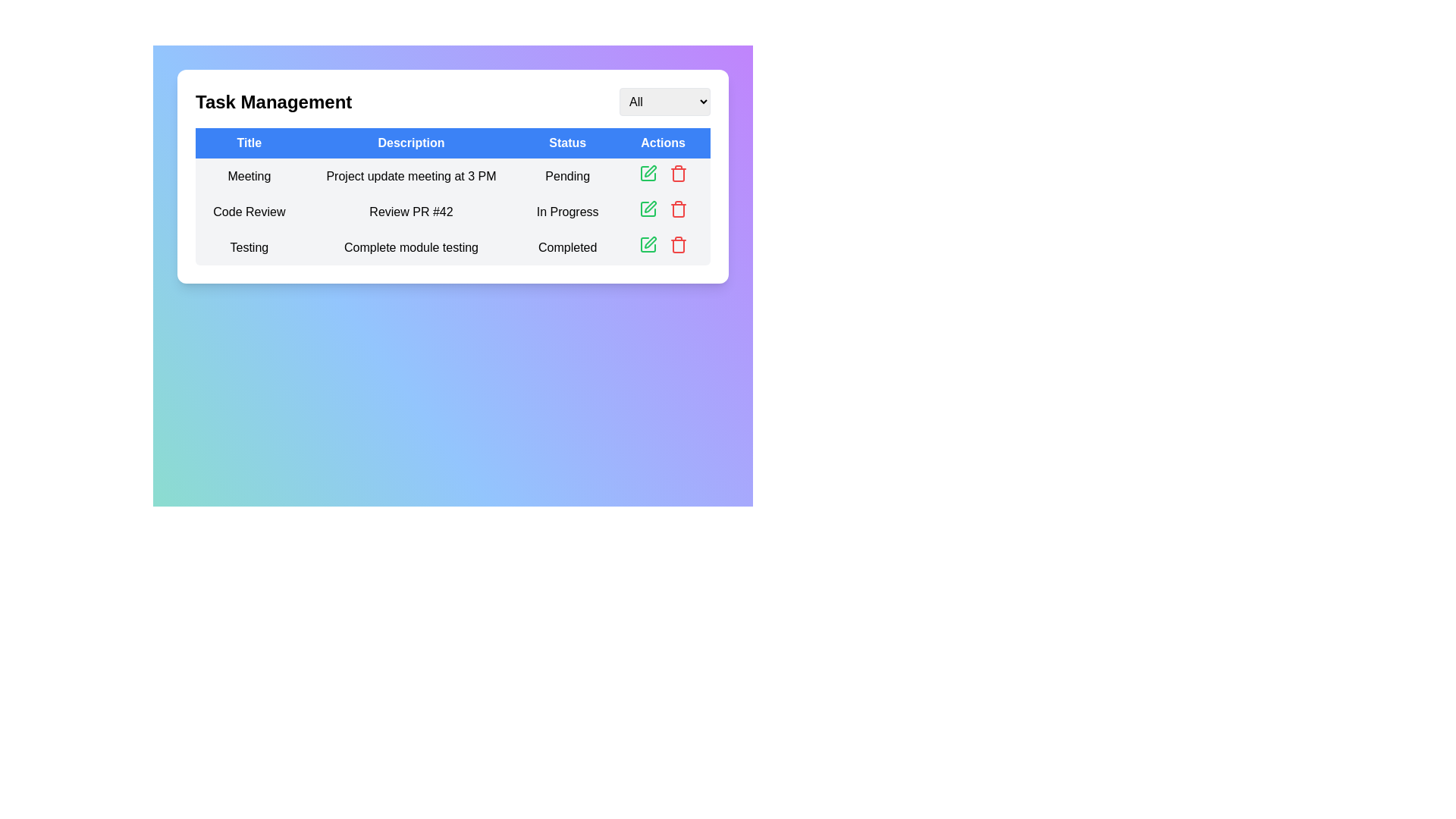  Describe the element at coordinates (676, 244) in the screenshot. I see `the delete button in the third row of the 'Actions' column within the table` at that location.